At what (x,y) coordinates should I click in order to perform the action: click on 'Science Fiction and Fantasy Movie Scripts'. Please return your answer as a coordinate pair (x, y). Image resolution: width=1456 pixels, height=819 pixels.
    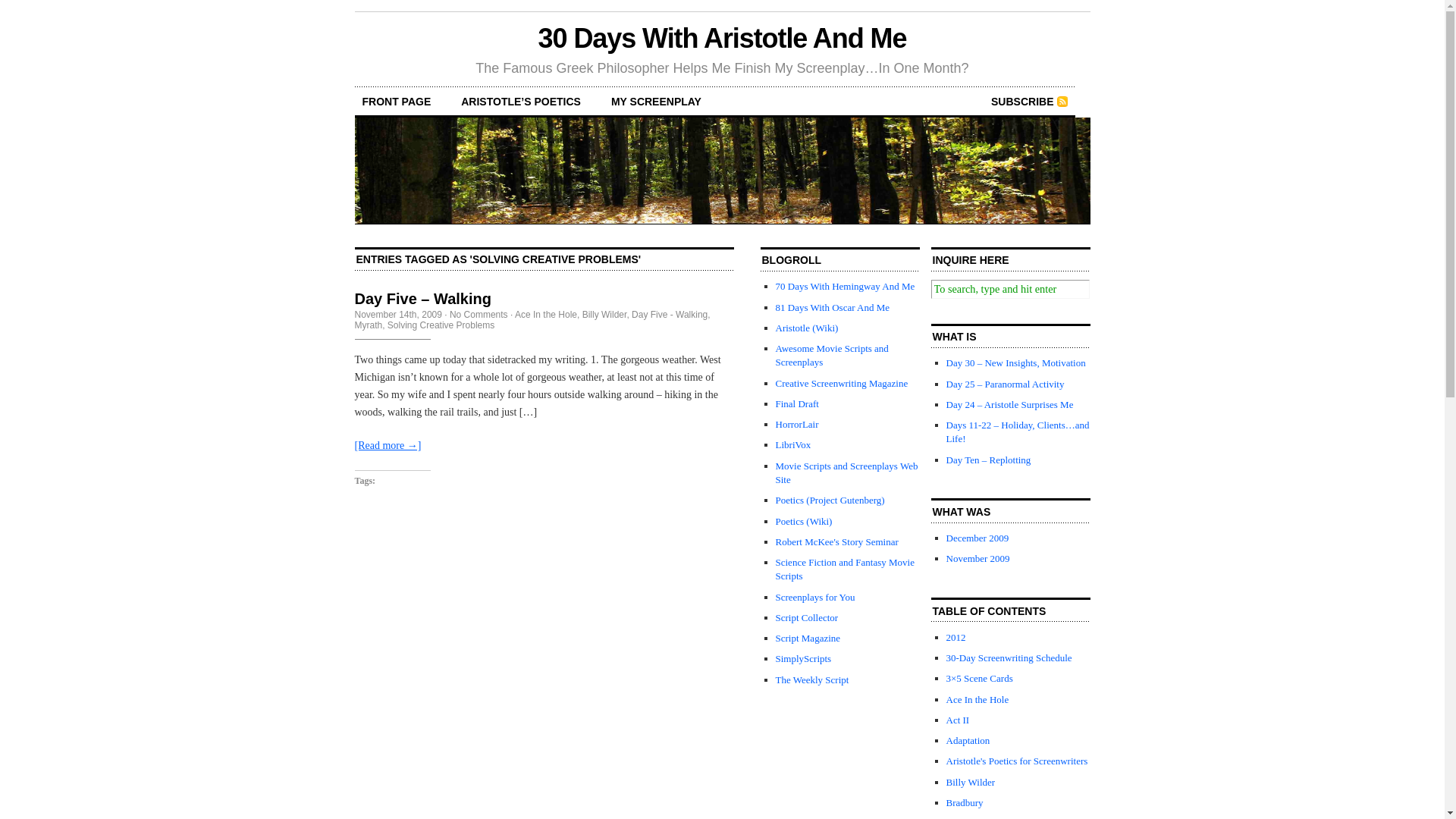
    Looking at the image, I should click on (843, 569).